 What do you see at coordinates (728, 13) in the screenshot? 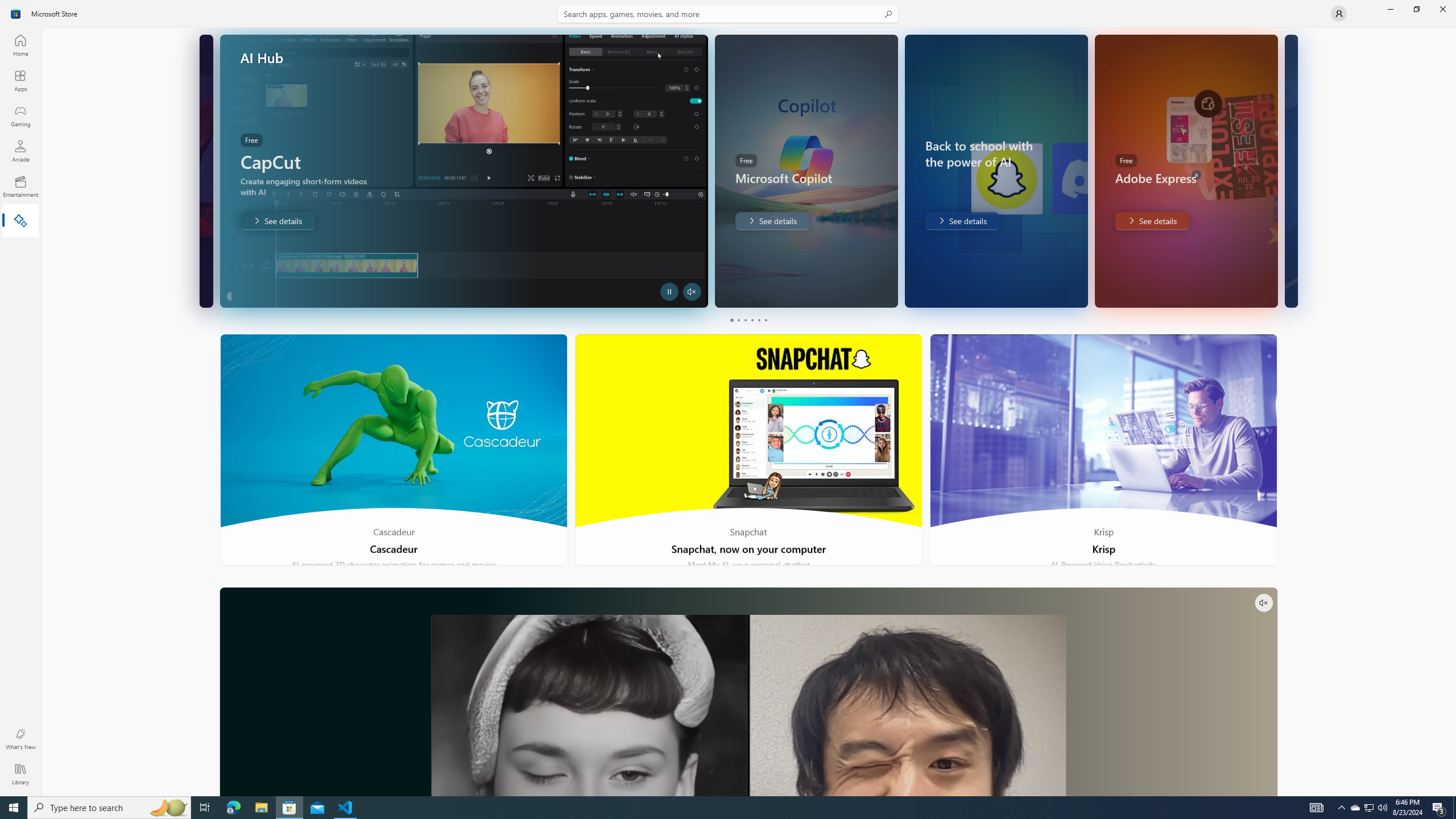
I see `'Search'` at bounding box center [728, 13].